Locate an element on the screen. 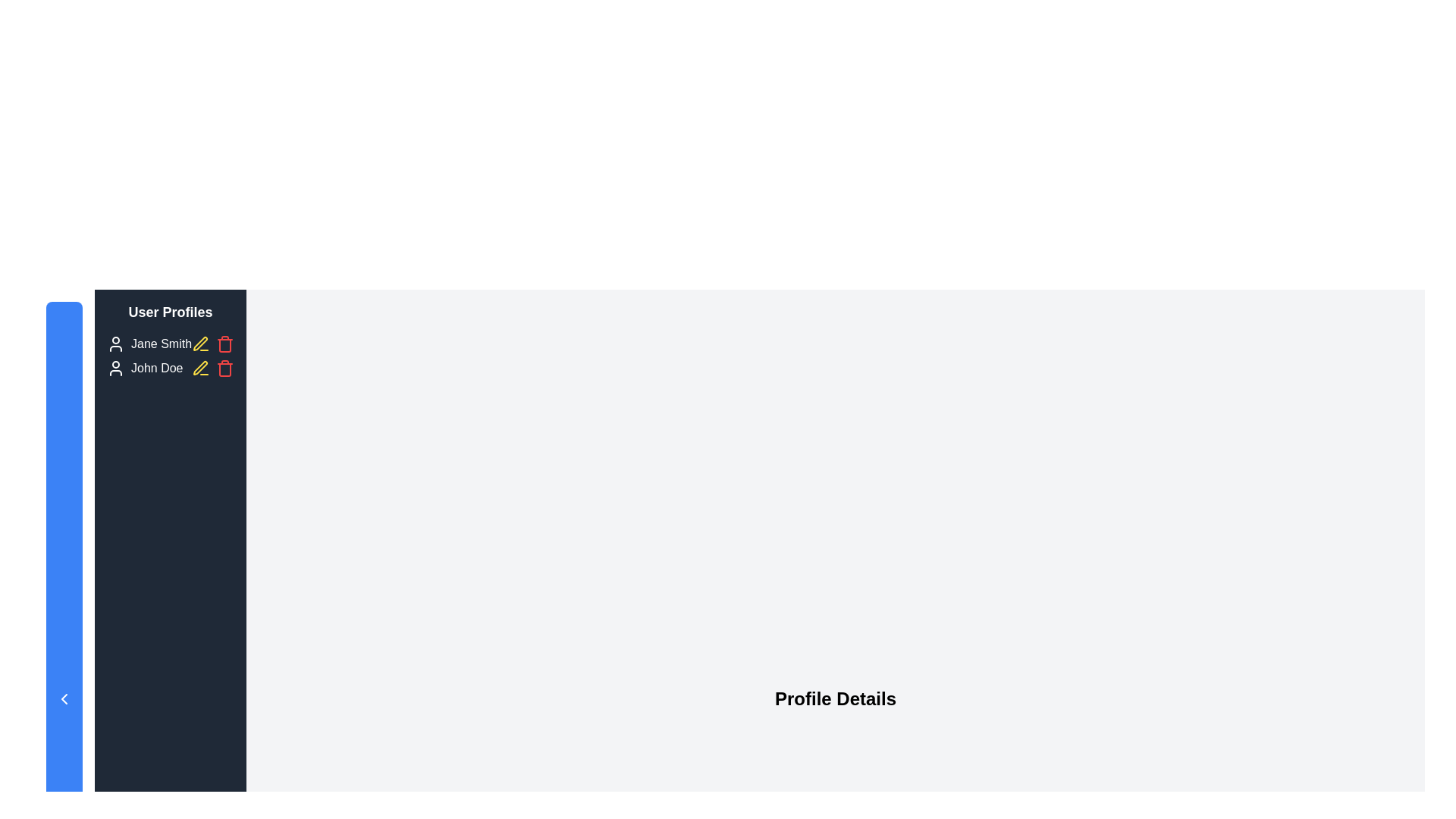 The image size is (1456, 819). the second yellow pen icon button to the immediate right of 'John Doe' in the user profiles list to initiate an edit action is located at coordinates (199, 368).